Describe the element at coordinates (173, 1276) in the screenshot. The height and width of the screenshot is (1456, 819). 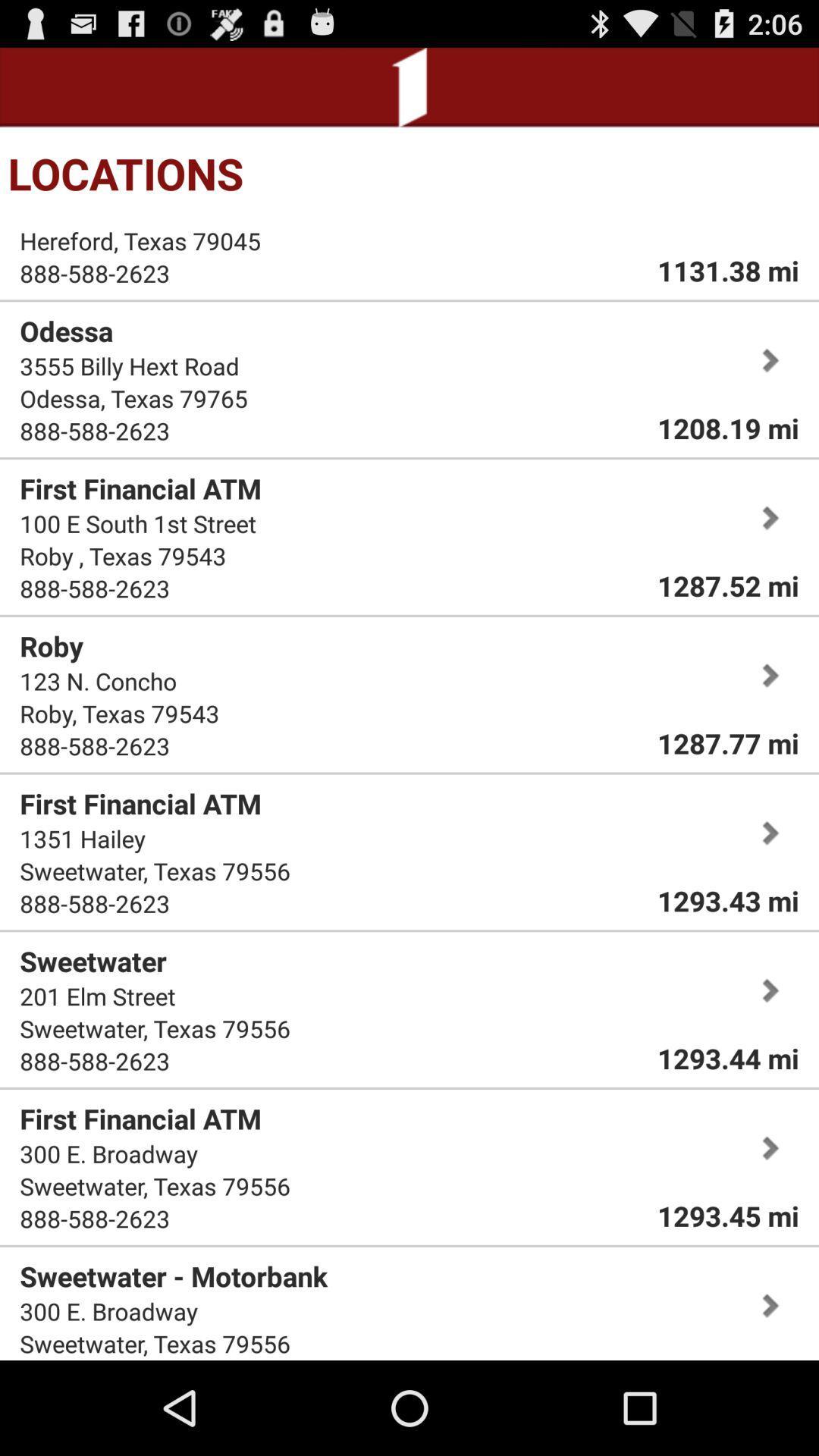
I see `the sweetwater - motorbank icon` at that location.